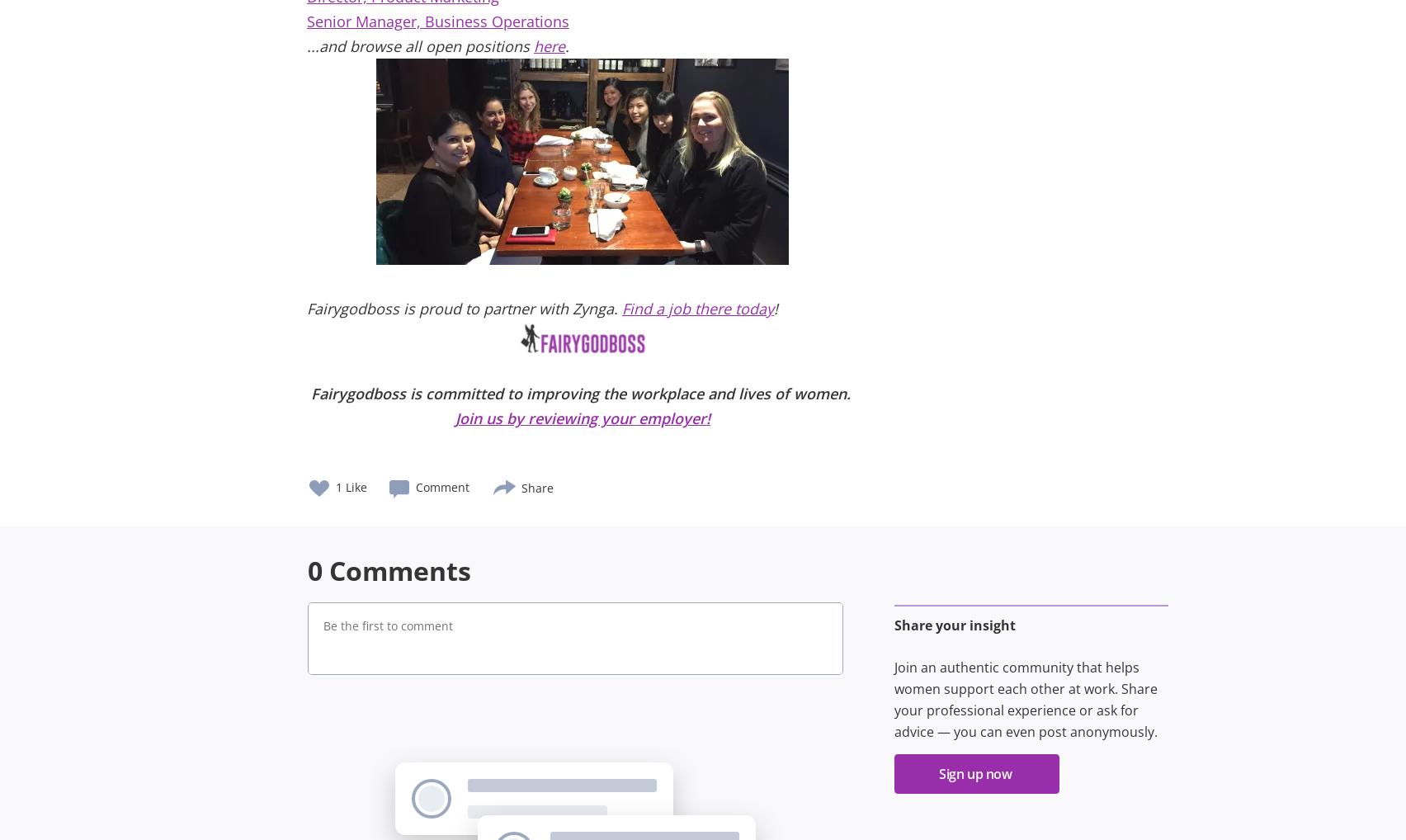 This screenshot has width=1406, height=840. Describe the element at coordinates (697, 309) in the screenshot. I see `'Find a job there today'` at that location.